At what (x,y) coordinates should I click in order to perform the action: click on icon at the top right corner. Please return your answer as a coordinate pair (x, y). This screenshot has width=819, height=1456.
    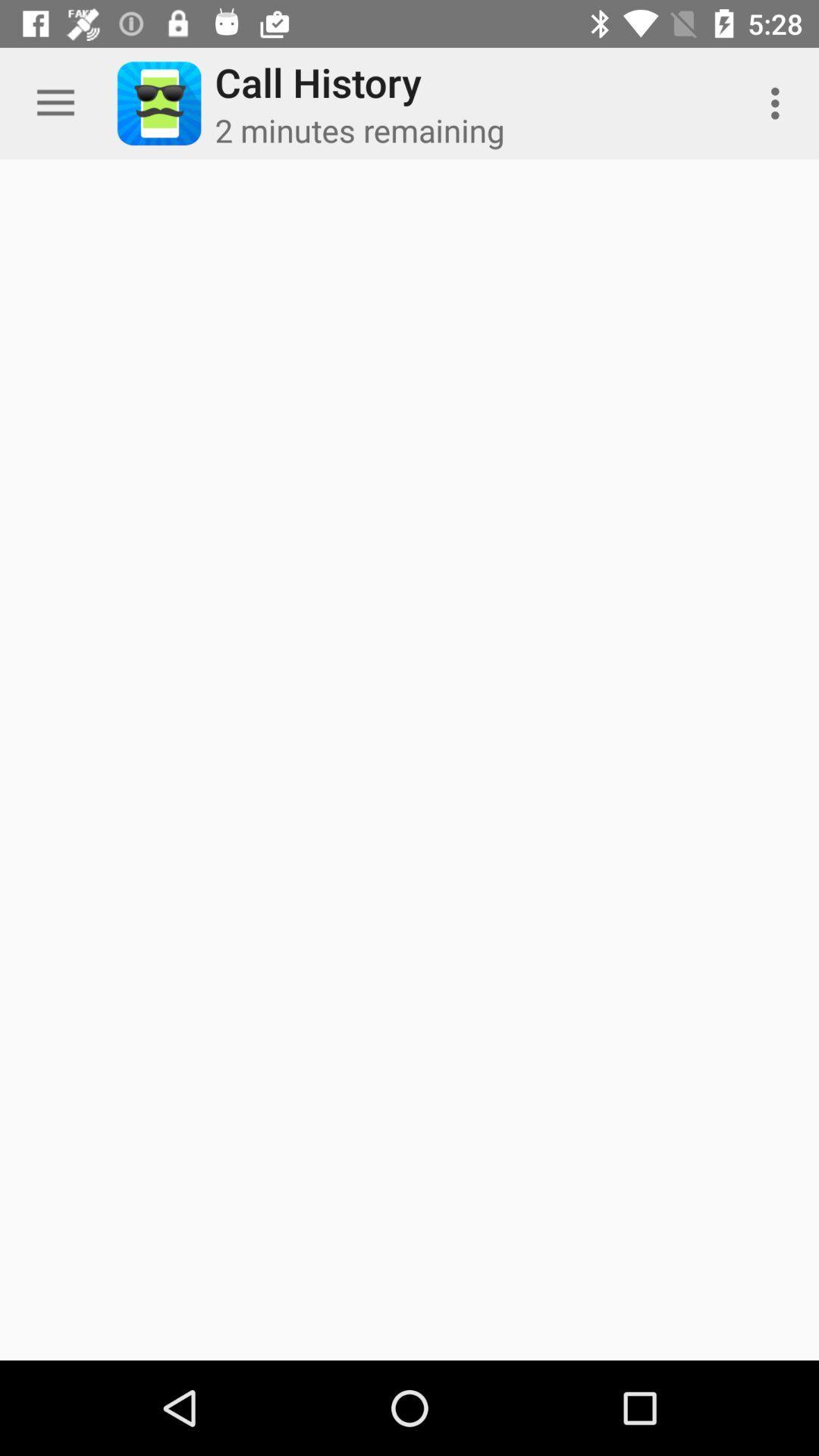
    Looking at the image, I should click on (779, 102).